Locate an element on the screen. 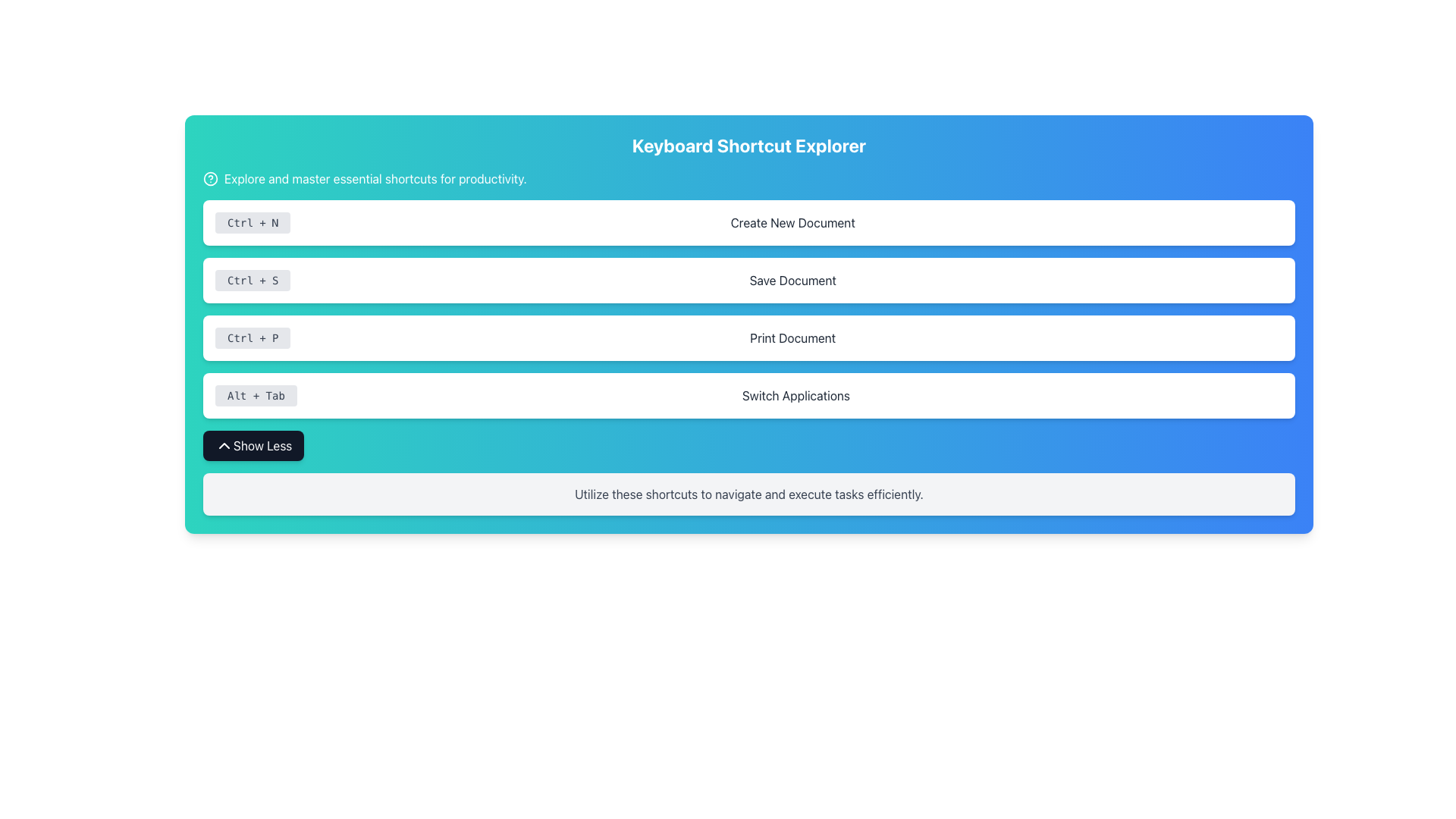 The image size is (1456, 819). the 'Show Less' button, which is a rectangular button with a dark background and white text, located at the bottom of a turquoise gradient section is located at coordinates (253, 444).